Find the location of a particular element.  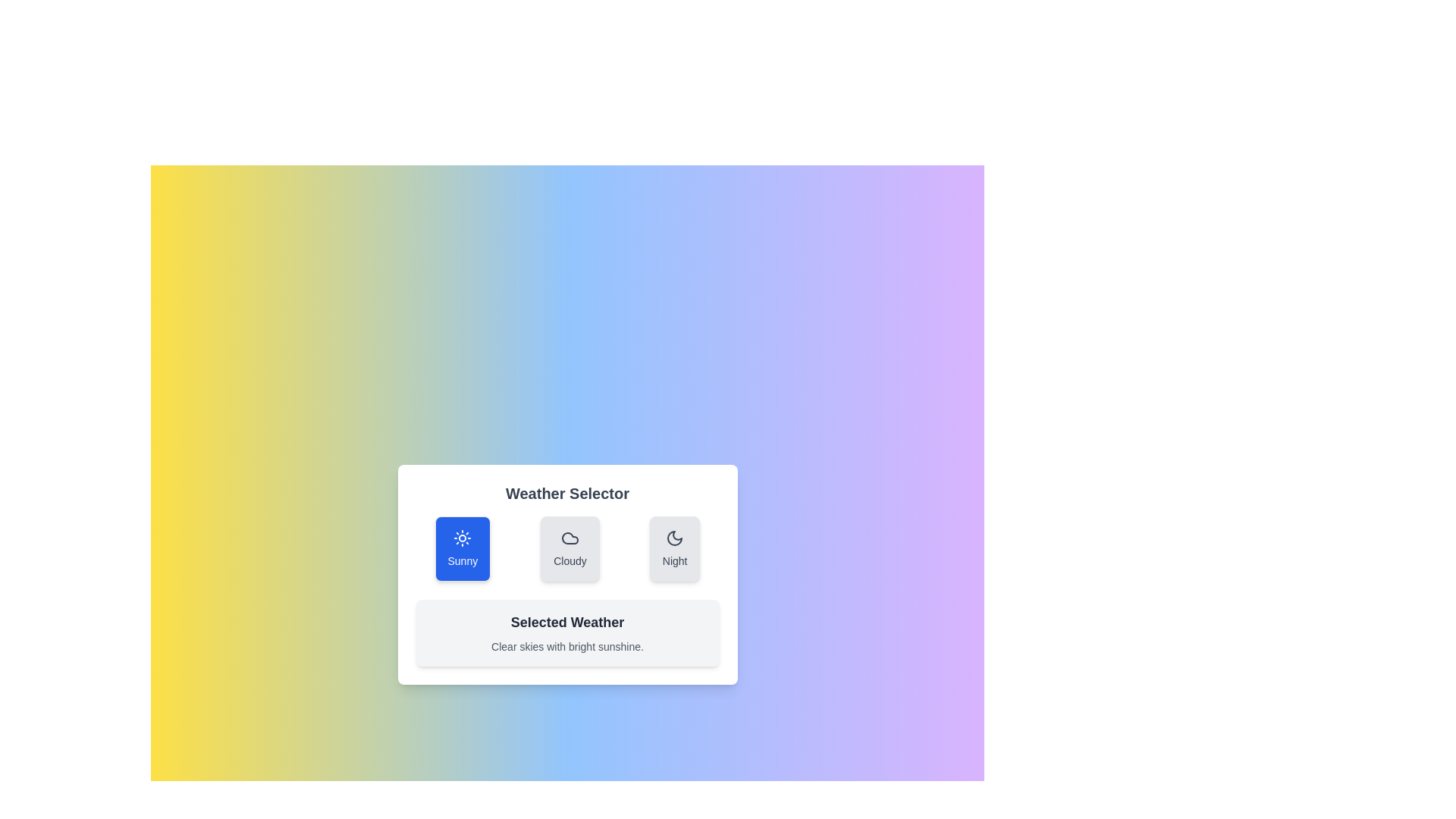

the middle cloud pictogram icon is located at coordinates (570, 537).